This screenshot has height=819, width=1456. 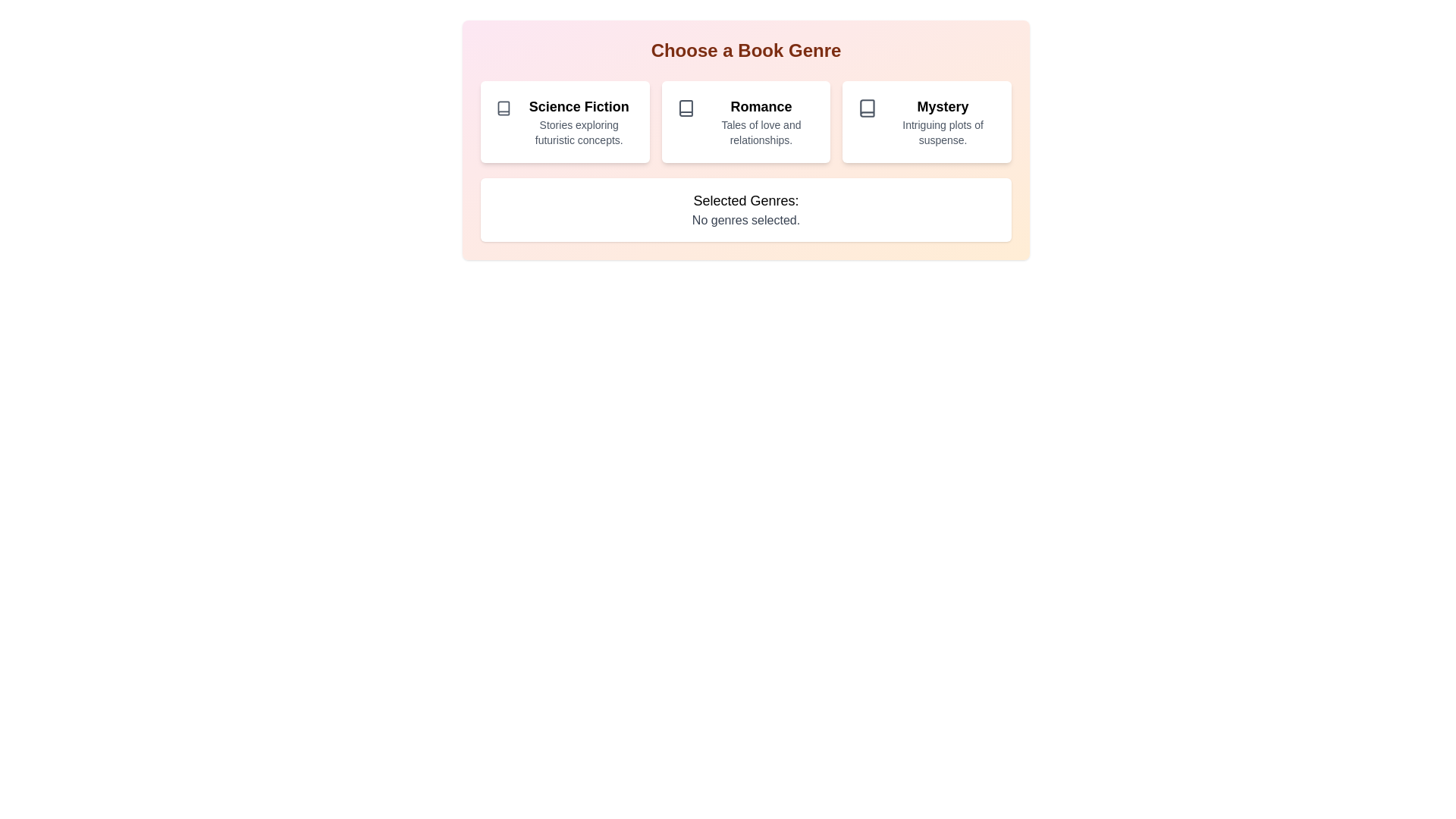 I want to click on the stylized book icon in the 'Mystery' genre selection panel, which is the third box in a horizontal layout of book genres, so click(x=868, y=107).